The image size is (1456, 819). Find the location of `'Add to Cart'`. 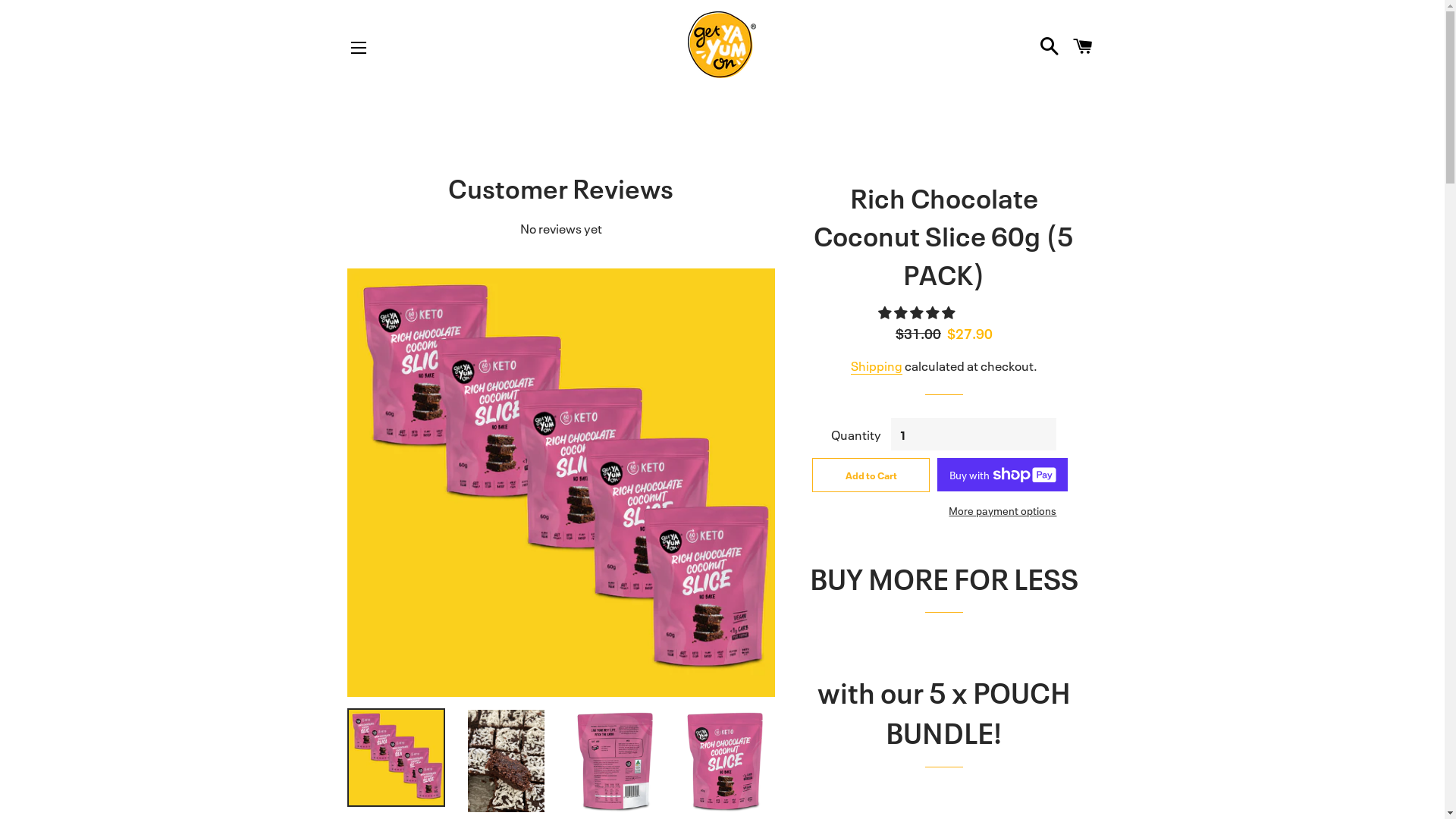

'Add to Cart' is located at coordinates (811, 473).